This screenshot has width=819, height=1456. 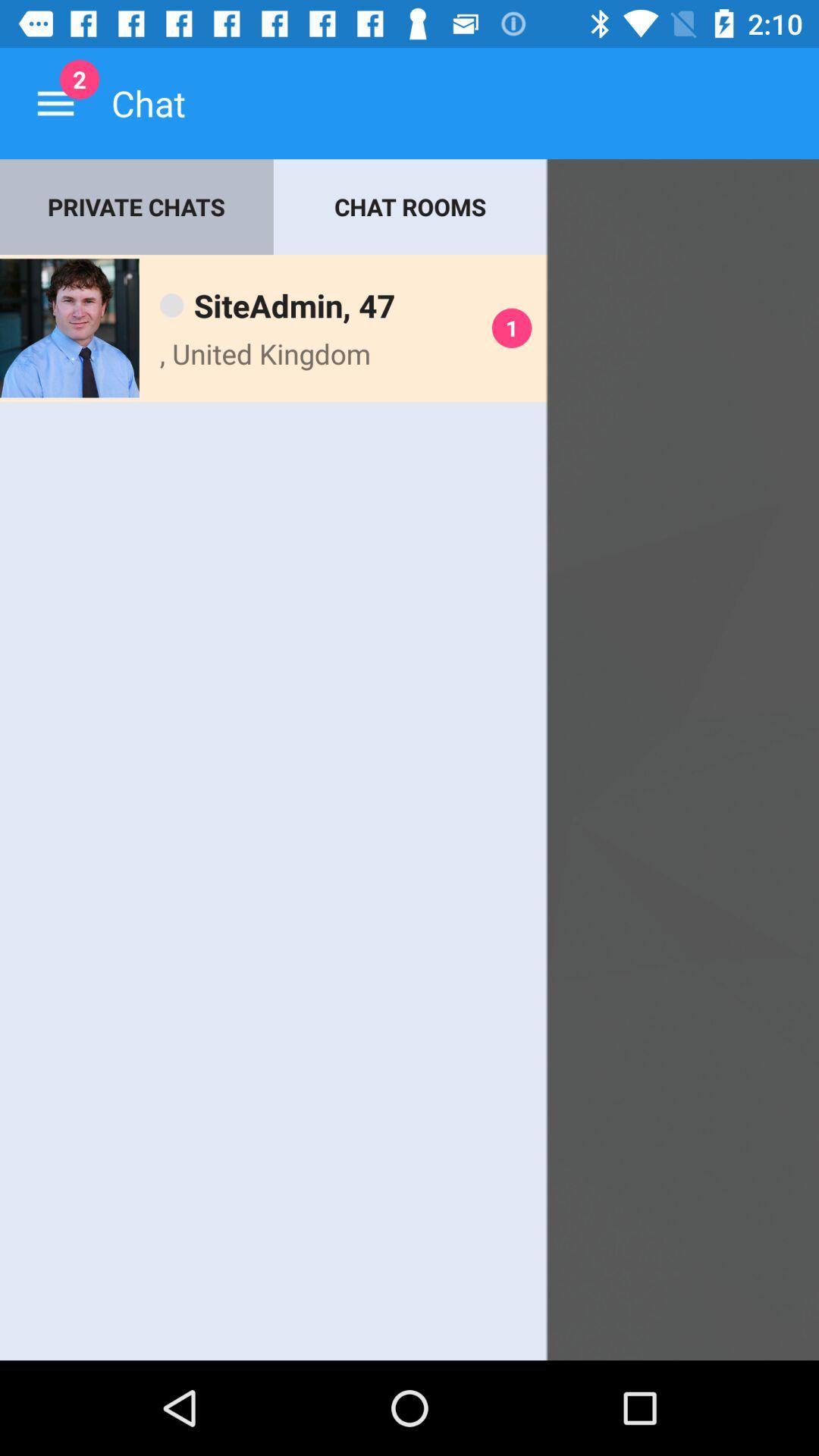 What do you see at coordinates (55, 102) in the screenshot?
I see `icon next to the chat` at bounding box center [55, 102].